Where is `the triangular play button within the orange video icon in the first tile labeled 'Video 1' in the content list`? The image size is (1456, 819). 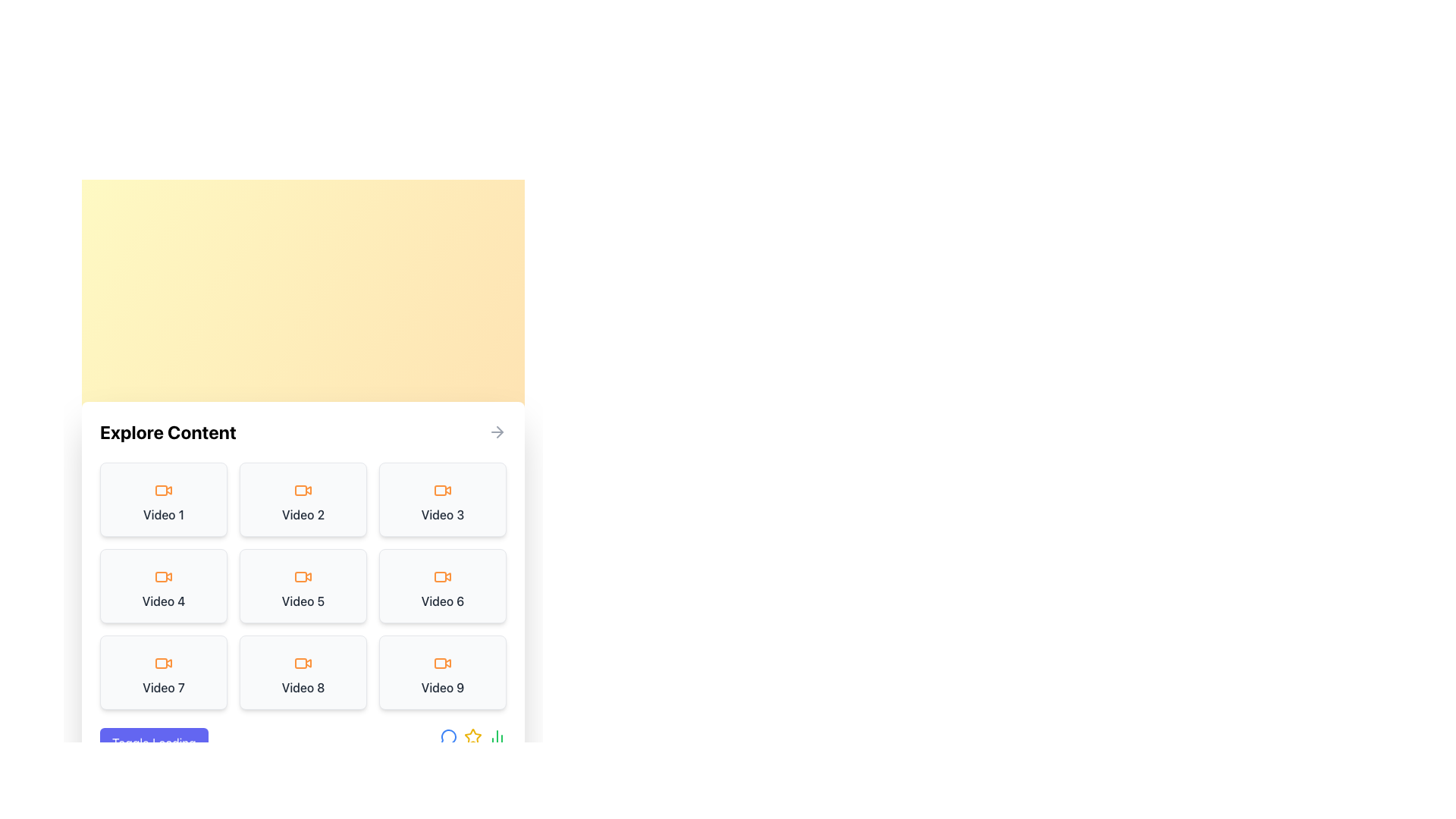 the triangular play button within the orange video icon in the first tile labeled 'Video 1' in the content list is located at coordinates (168, 489).